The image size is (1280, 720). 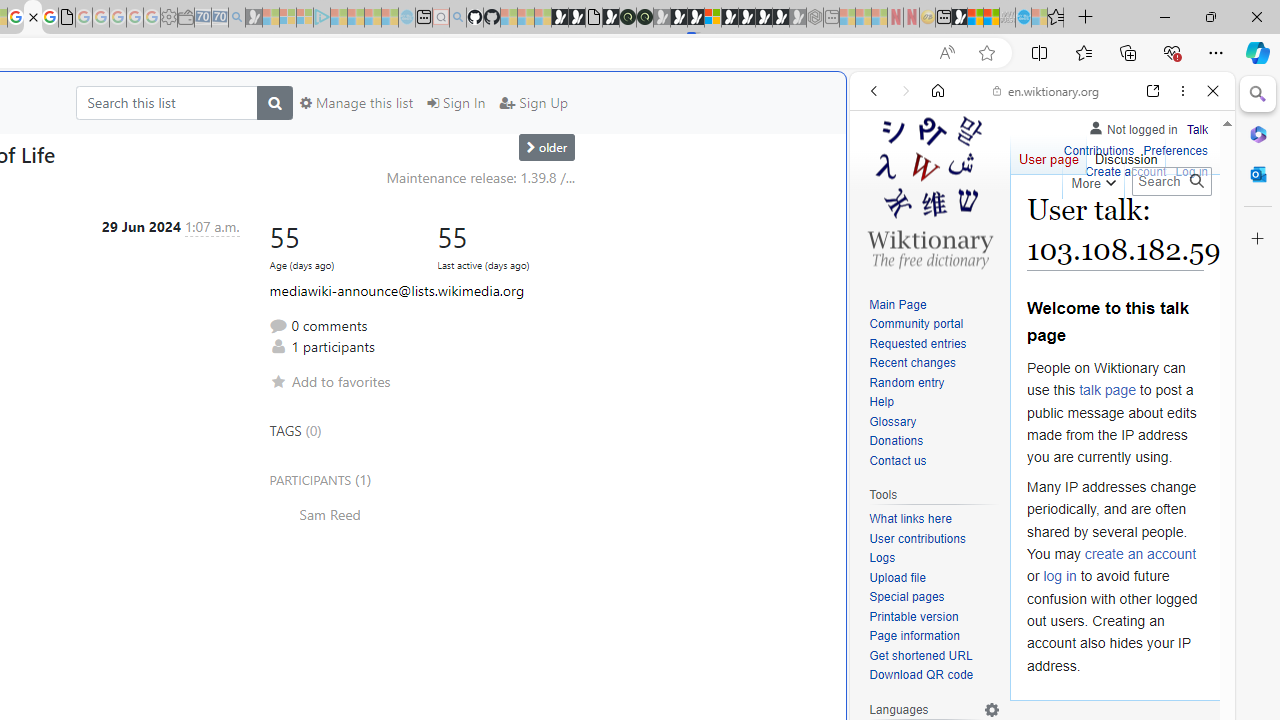 I want to click on 'Search the web', so click(x=1051, y=137).